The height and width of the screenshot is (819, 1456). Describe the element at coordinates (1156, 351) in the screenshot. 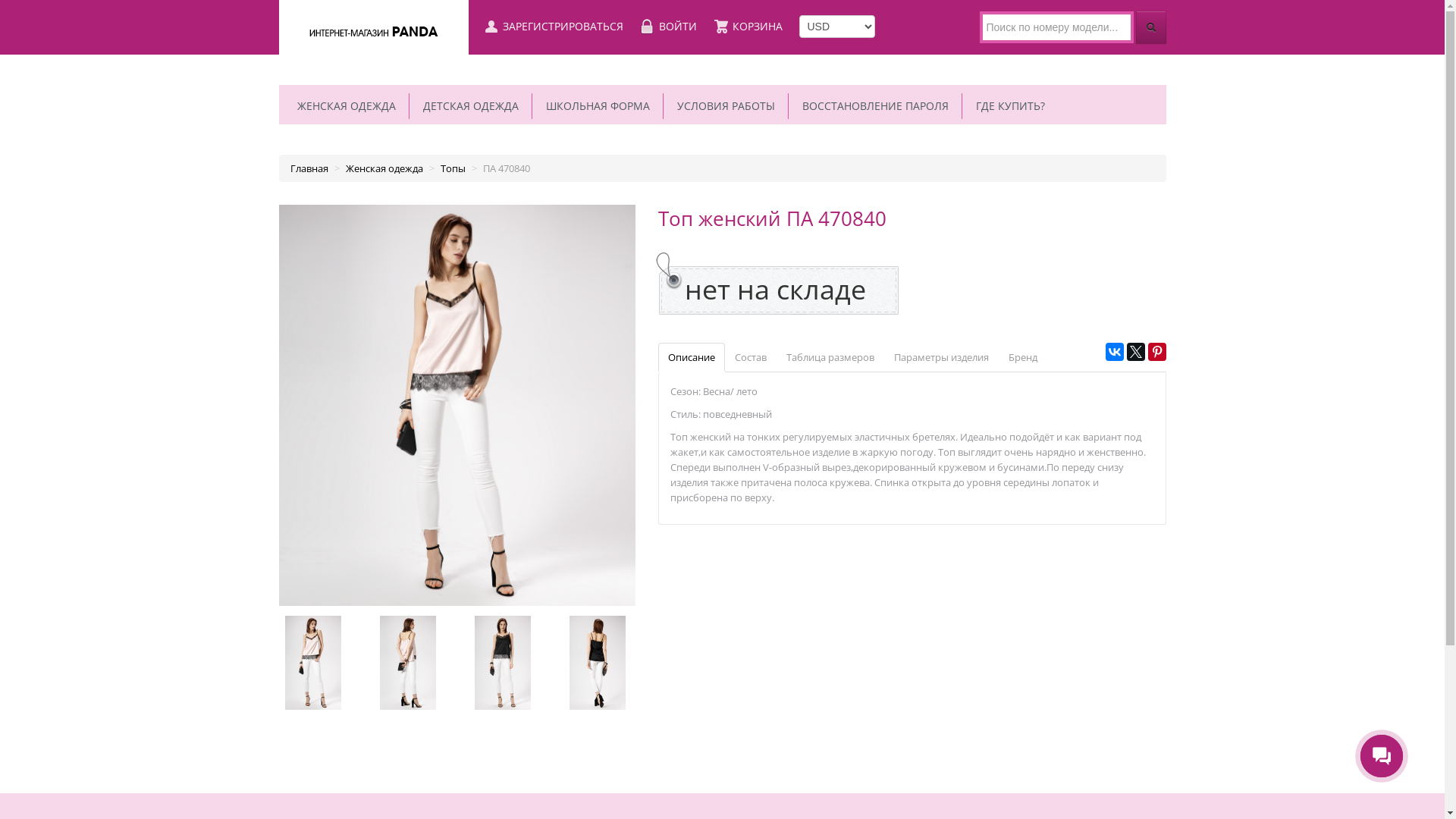

I see `'Pinterest'` at that location.